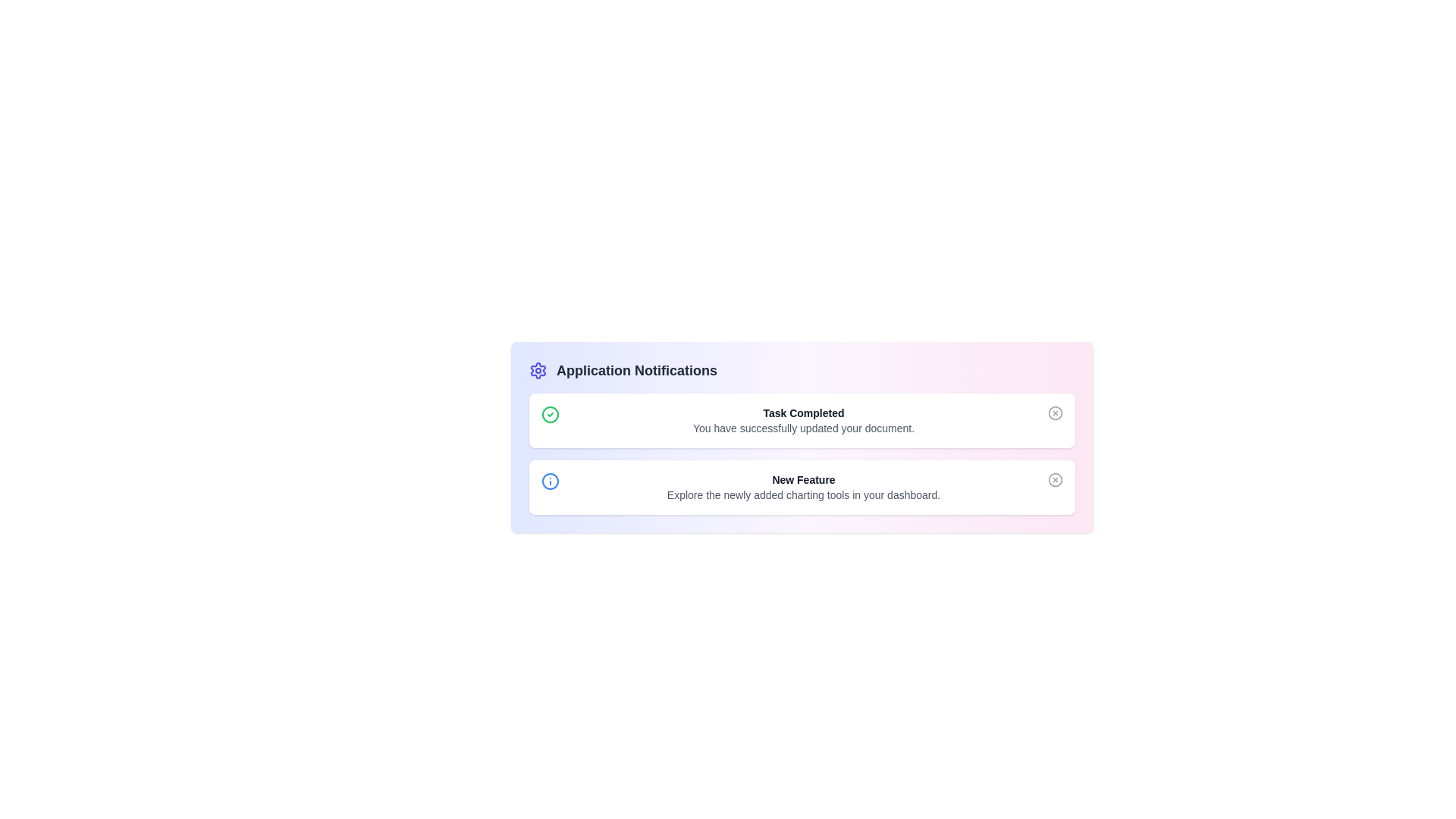  Describe the element at coordinates (801, 488) in the screenshot. I see `the notification item with title New Feature` at that location.